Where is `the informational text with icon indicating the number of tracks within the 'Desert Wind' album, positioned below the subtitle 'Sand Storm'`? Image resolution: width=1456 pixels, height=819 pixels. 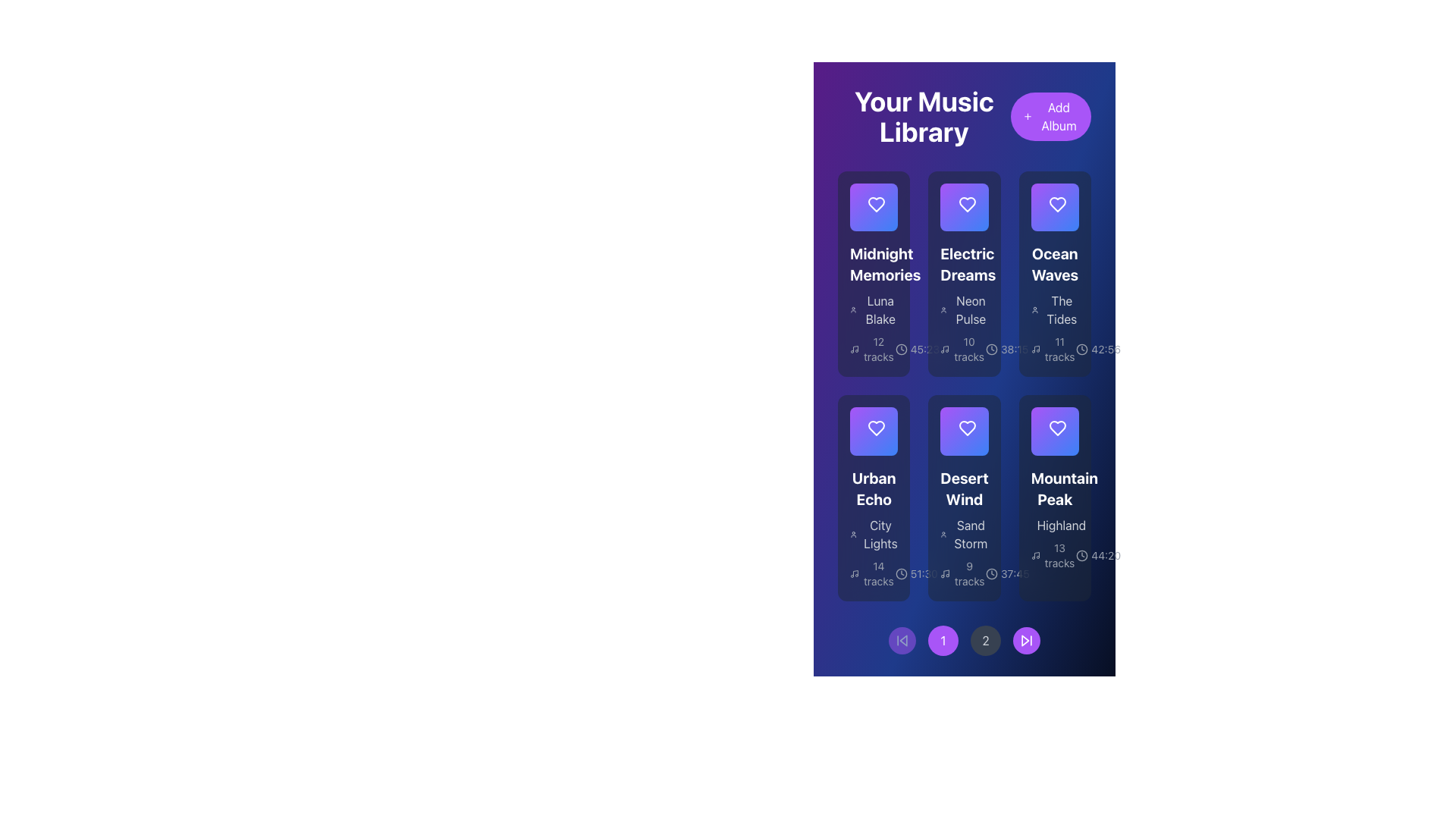 the informational text with icon indicating the number of tracks within the 'Desert Wind' album, positioned below the subtitle 'Sand Storm' is located at coordinates (962, 573).